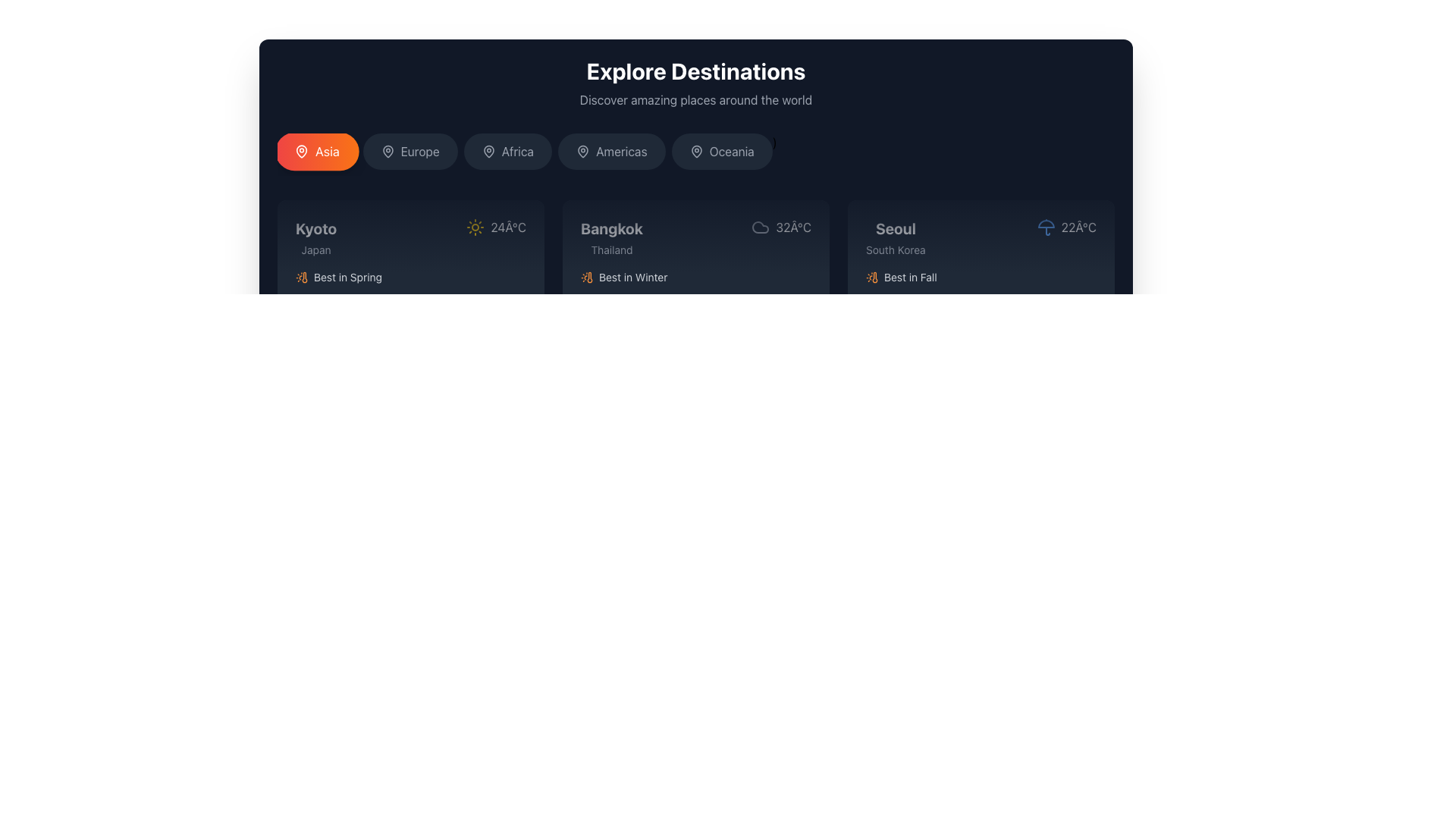  Describe the element at coordinates (582, 152) in the screenshot. I see `the icon located inside the 'Americas' button on the navigation bar, which serves as a visual indicator preceding the 'Americas' text` at that location.